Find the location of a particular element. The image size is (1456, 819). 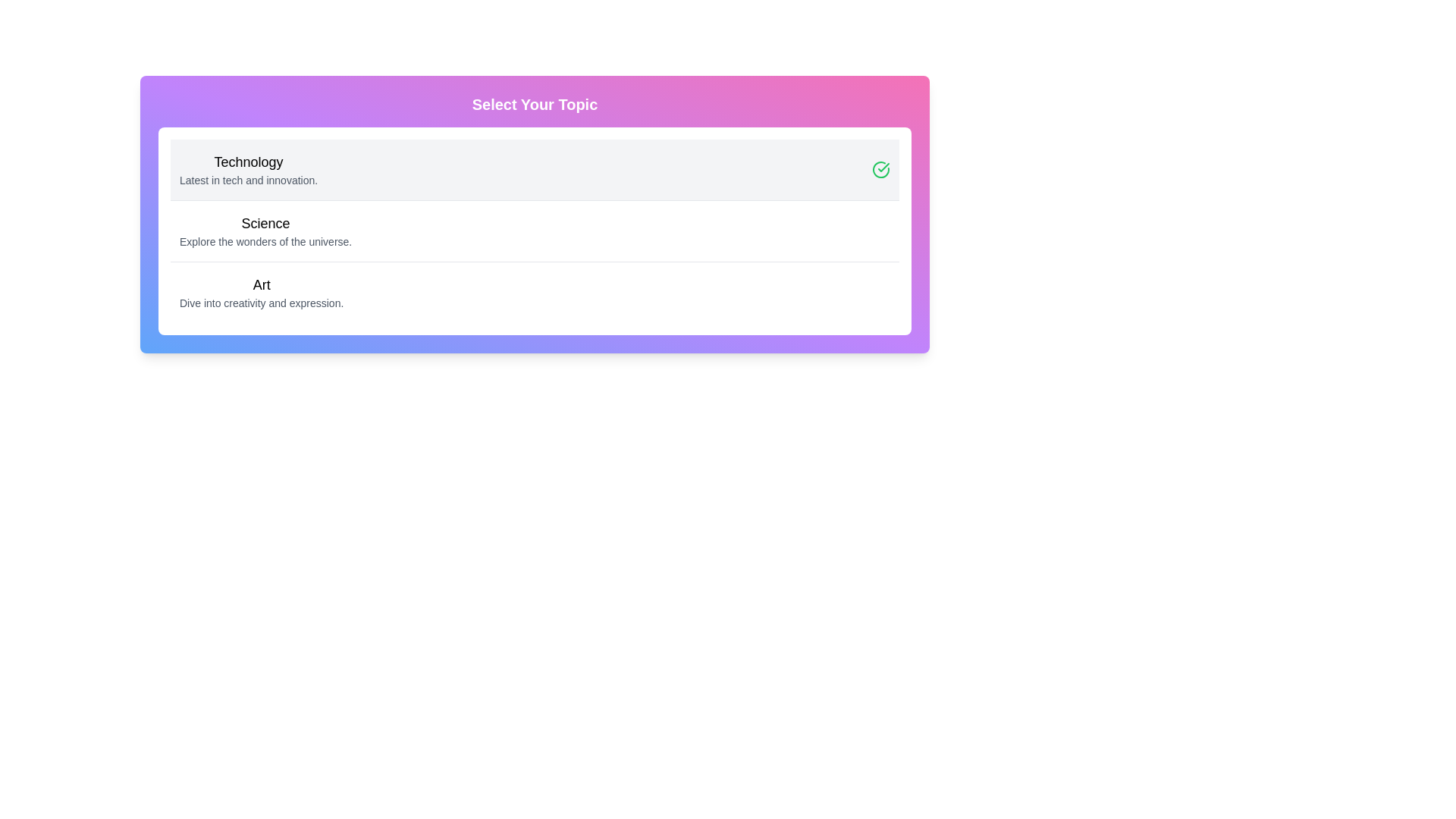

text label that identifies the 'Art' section, which is centrally aligned and located below the 'Science' section is located at coordinates (262, 284).